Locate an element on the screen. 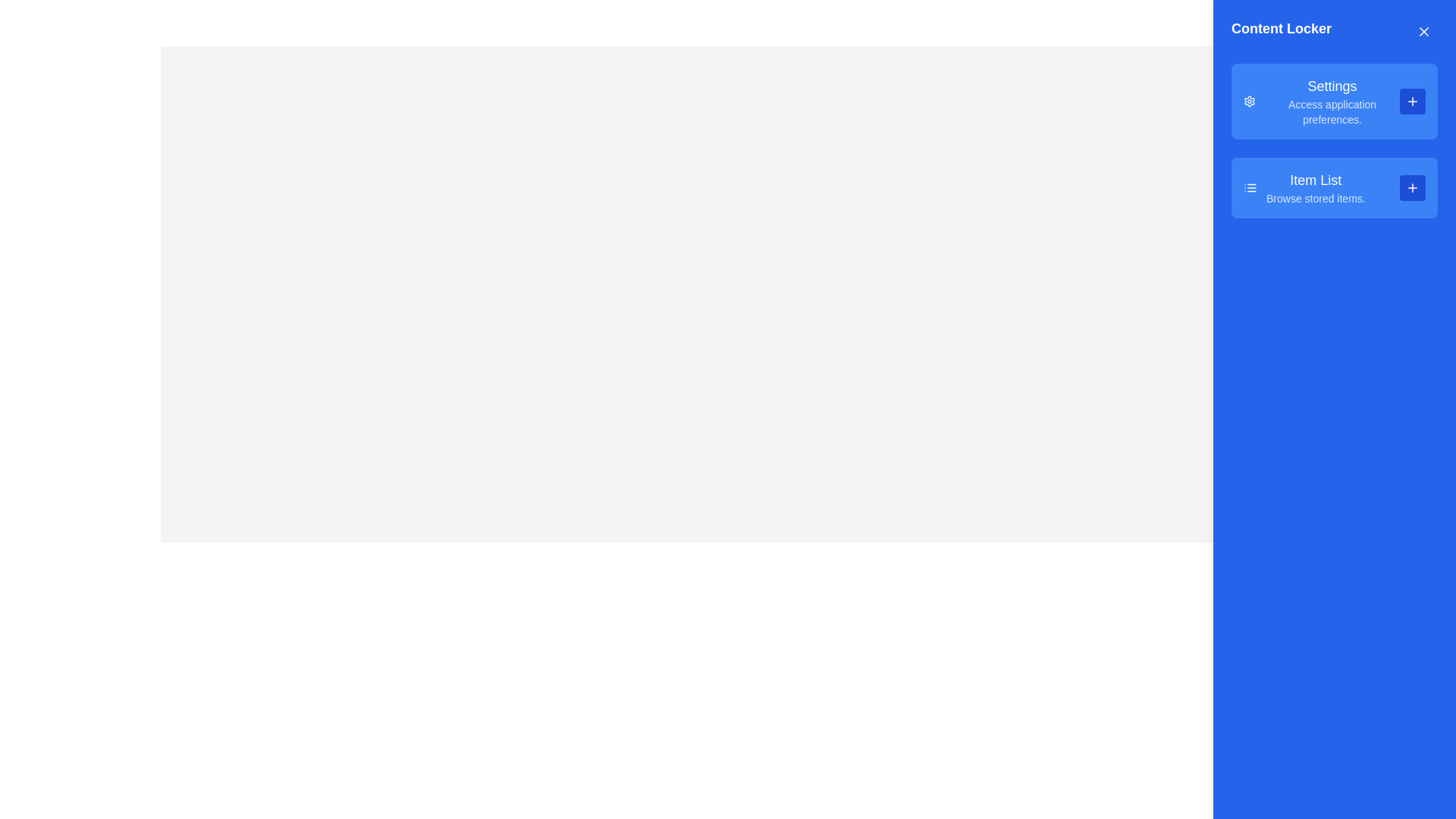 This screenshot has height=819, width=1456. text label located at the center of the right sidebar, which serves as a heading for the section of stored items is located at coordinates (1315, 180).